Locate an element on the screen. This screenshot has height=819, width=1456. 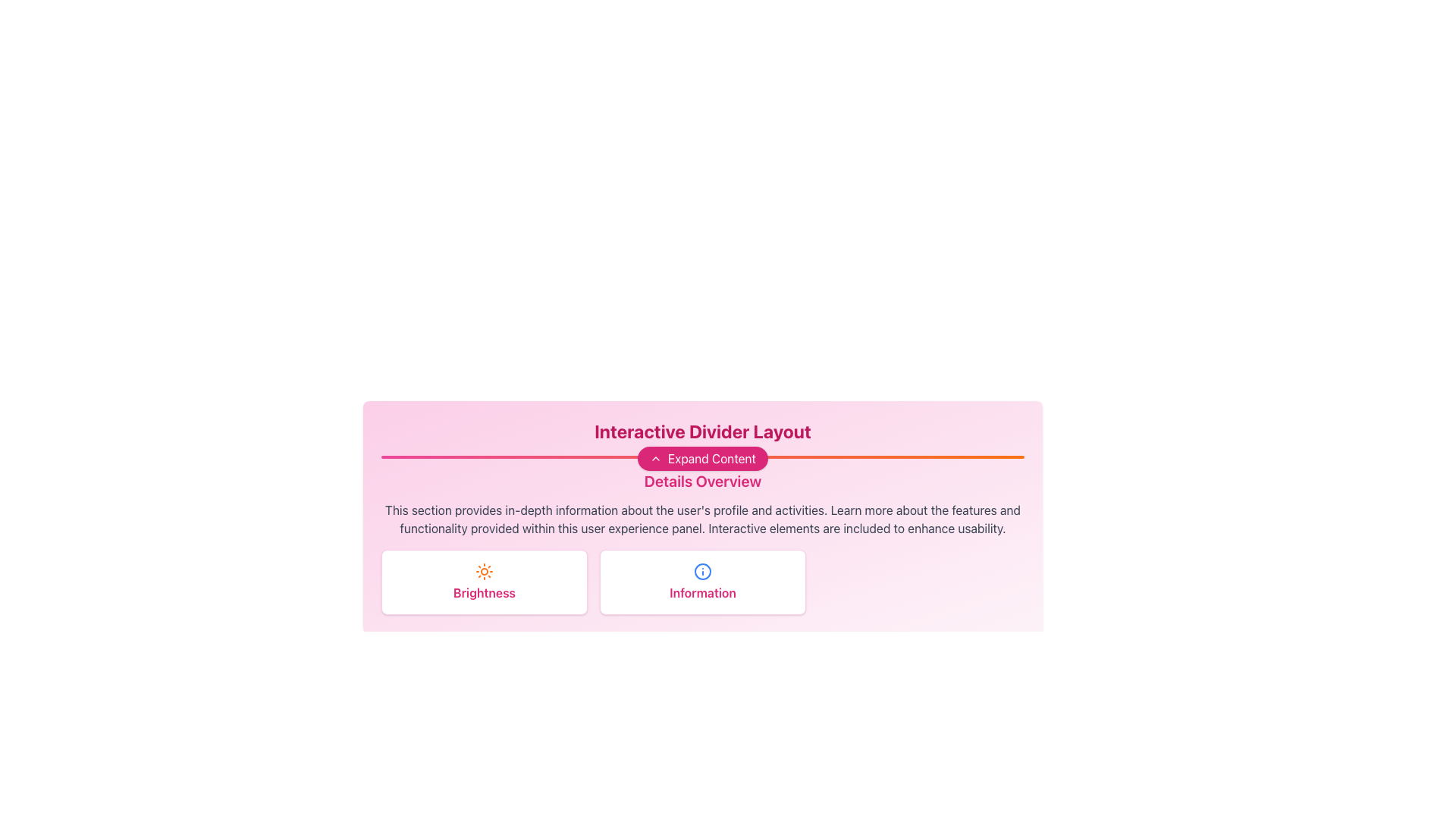
the brightness icon, which is visually represented and centrally positioned within a white card with rounded corners and a shadow effect, located below the 'Details Overview' section is located at coordinates (483, 571).